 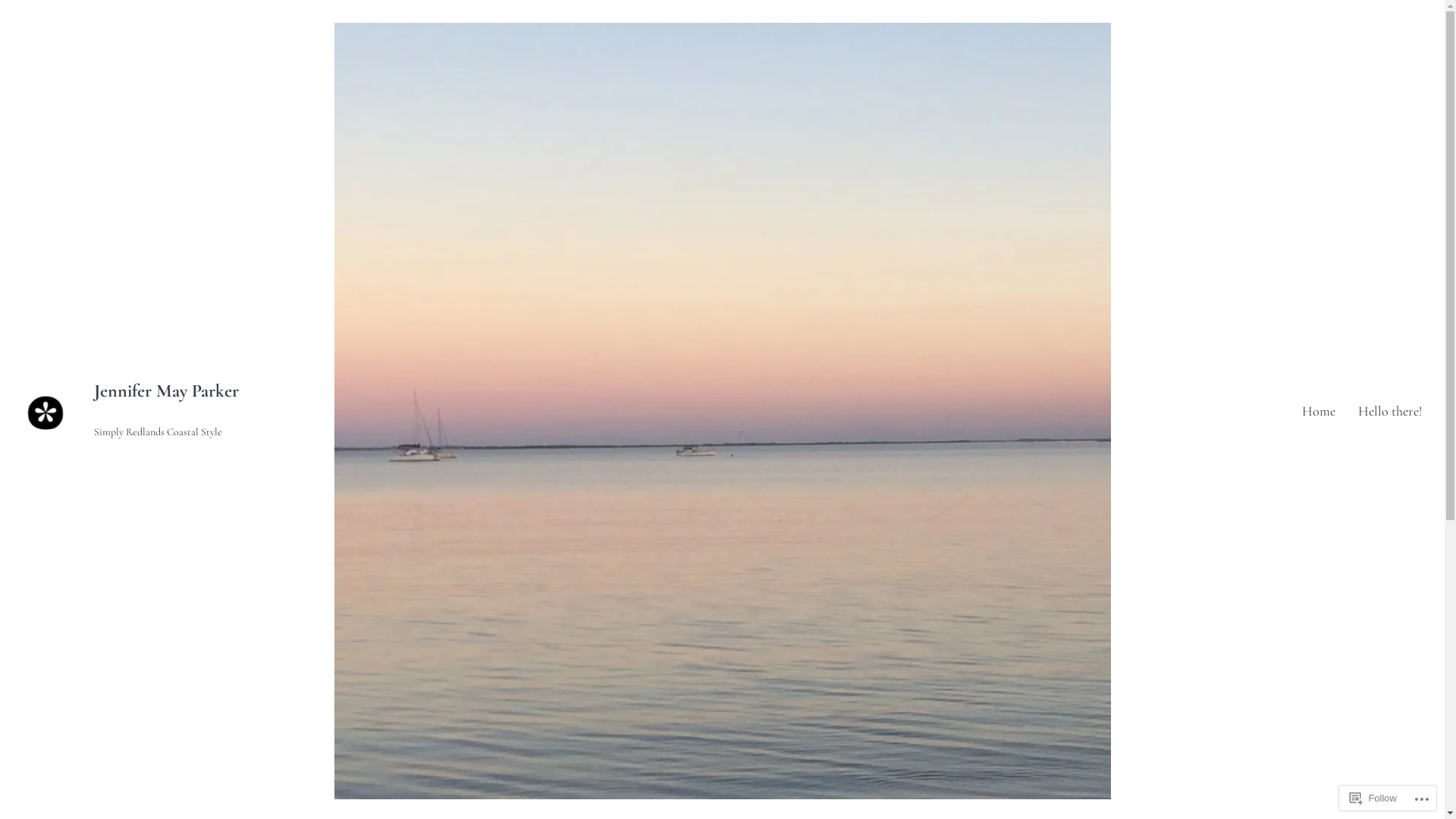 What do you see at coordinates (1390, 411) in the screenshot?
I see `'Hello there!'` at bounding box center [1390, 411].